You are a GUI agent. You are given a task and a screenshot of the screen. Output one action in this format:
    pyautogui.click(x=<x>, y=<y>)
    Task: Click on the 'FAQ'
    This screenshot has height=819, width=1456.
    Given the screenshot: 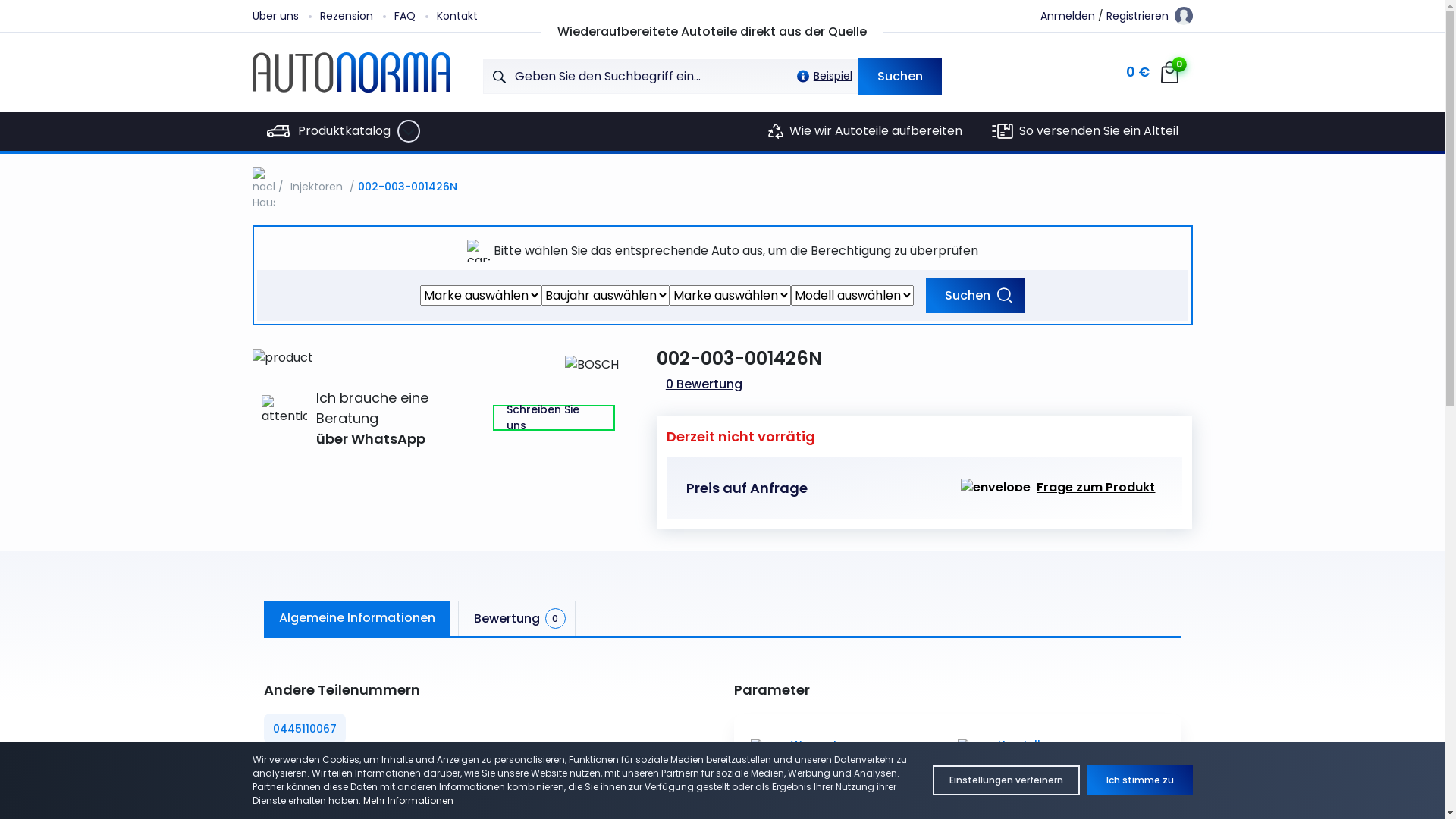 What is the action you would take?
    pyautogui.click(x=415, y=15)
    